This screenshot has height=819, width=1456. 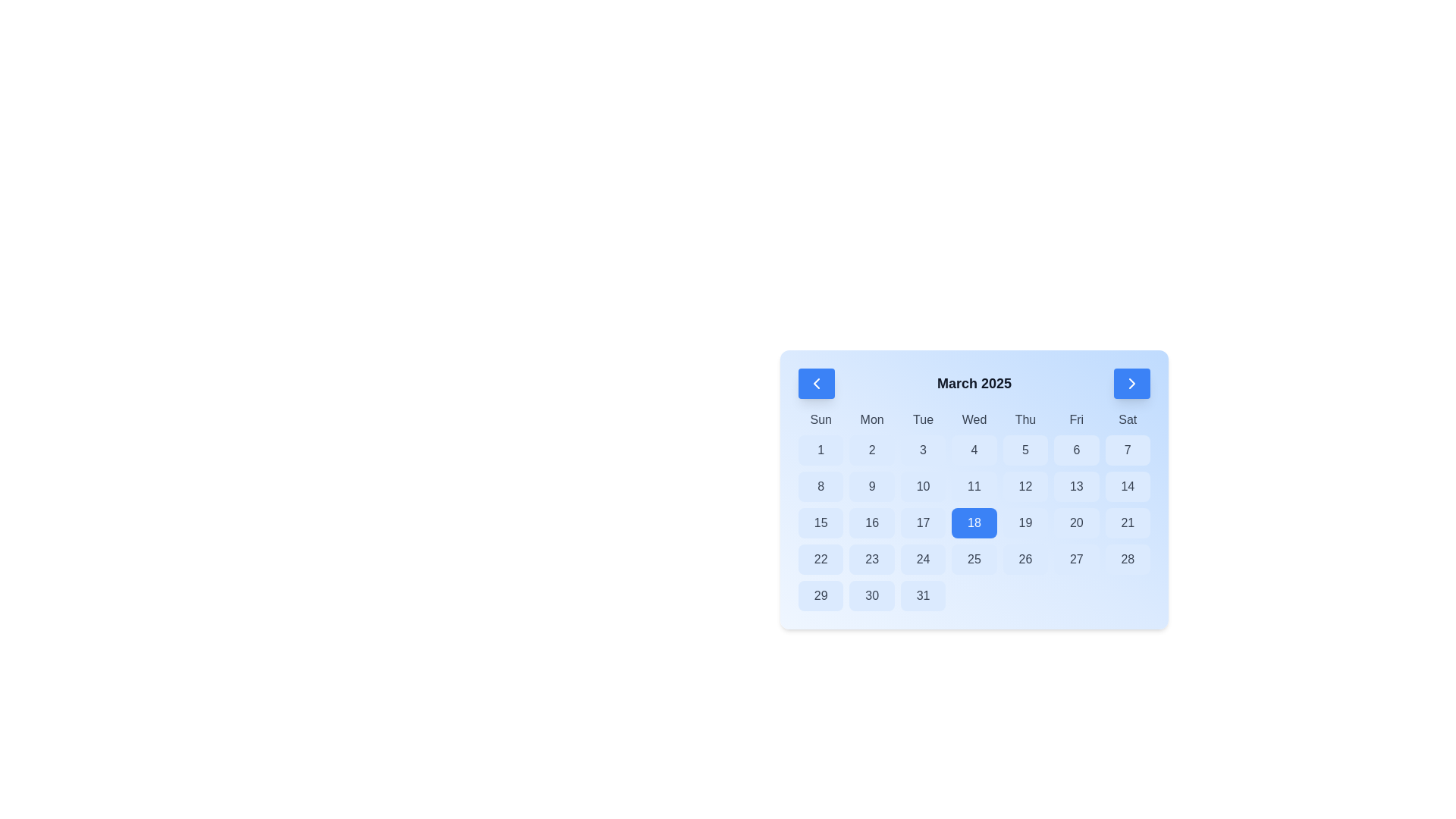 I want to click on the square-shaped button with rounded corners that has a blue background and displays the number '18', so click(x=974, y=522).